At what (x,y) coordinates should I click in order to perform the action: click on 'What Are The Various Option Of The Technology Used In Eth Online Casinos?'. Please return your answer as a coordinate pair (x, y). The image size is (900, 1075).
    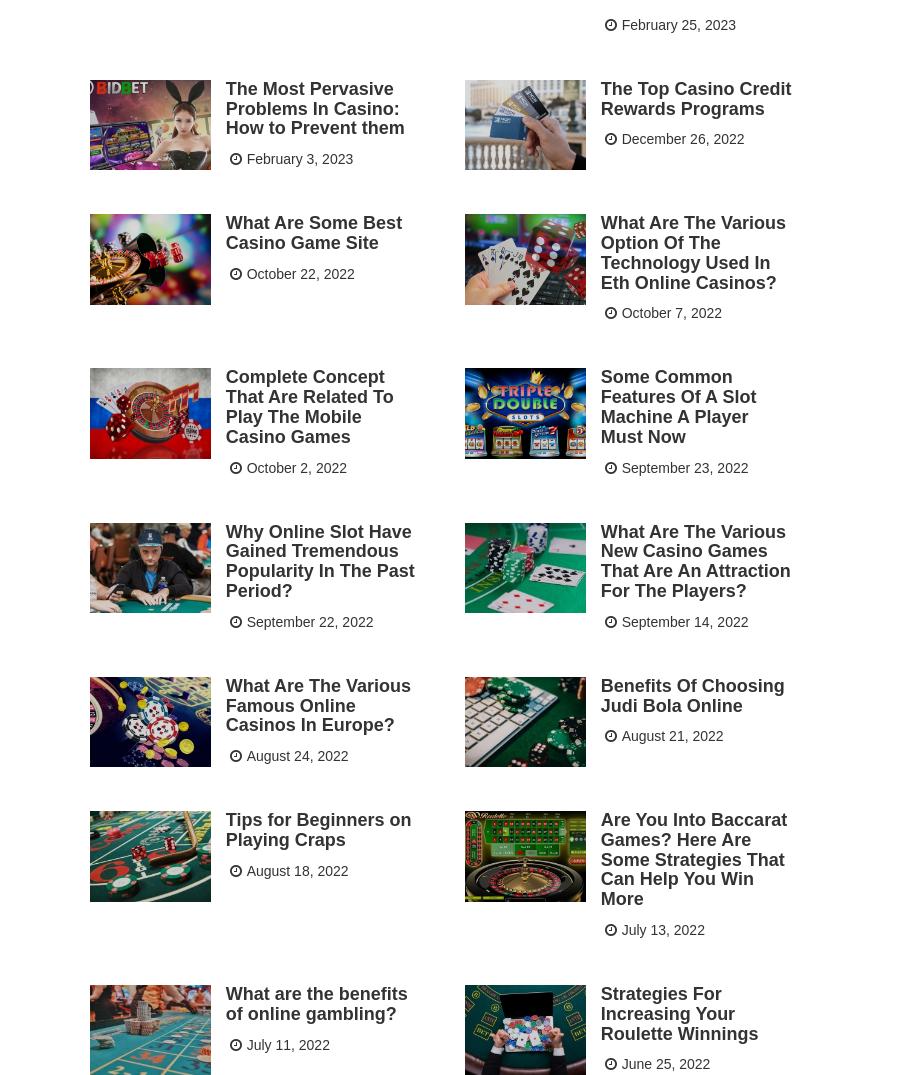
    Looking at the image, I should click on (692, 251).